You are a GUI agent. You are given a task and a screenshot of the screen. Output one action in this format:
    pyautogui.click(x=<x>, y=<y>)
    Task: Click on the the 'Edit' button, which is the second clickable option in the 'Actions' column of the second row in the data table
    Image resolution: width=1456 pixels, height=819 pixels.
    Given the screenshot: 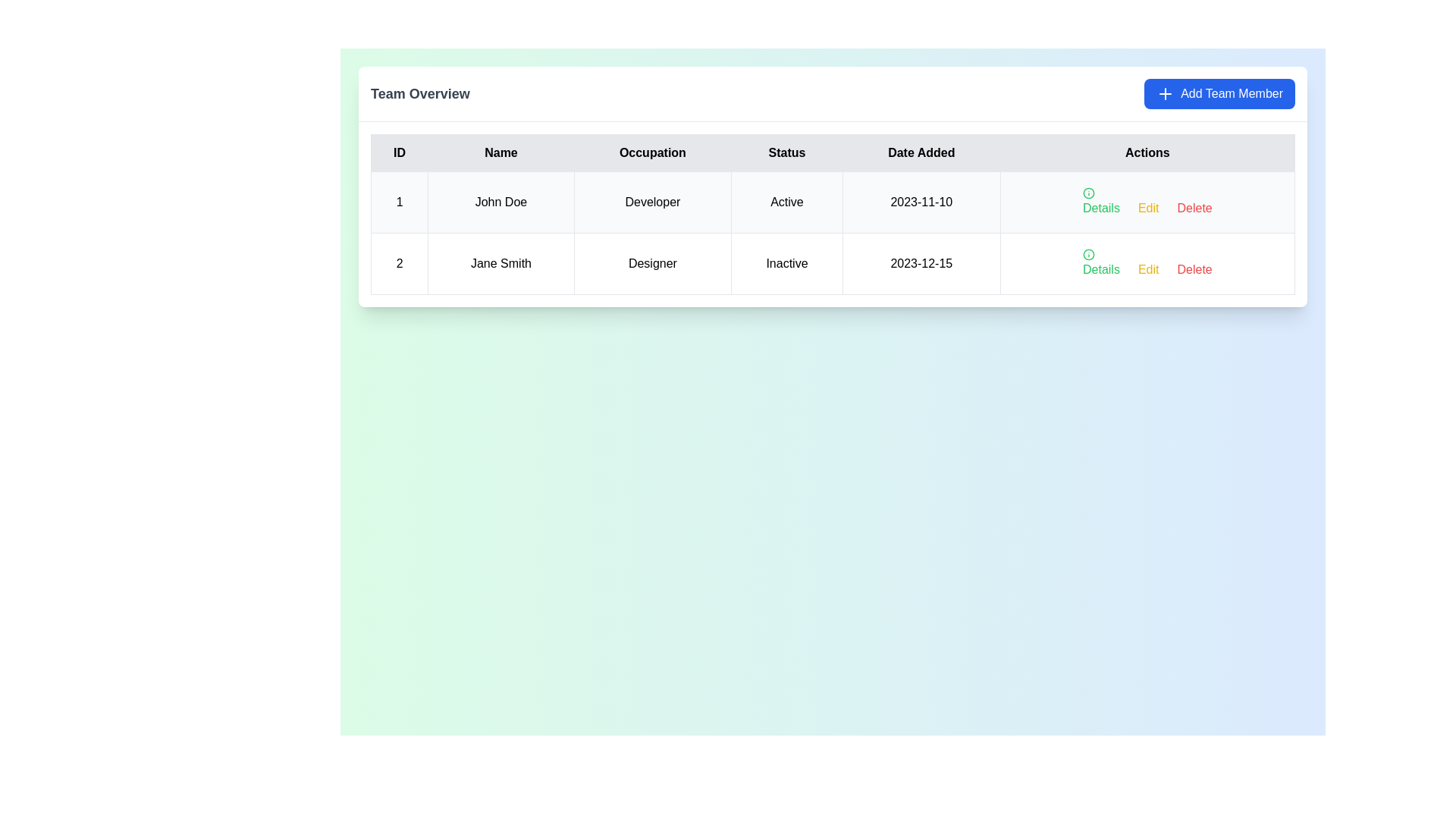 What is the action you would take?
    pyautogui.click(x=1148, y=268)
    